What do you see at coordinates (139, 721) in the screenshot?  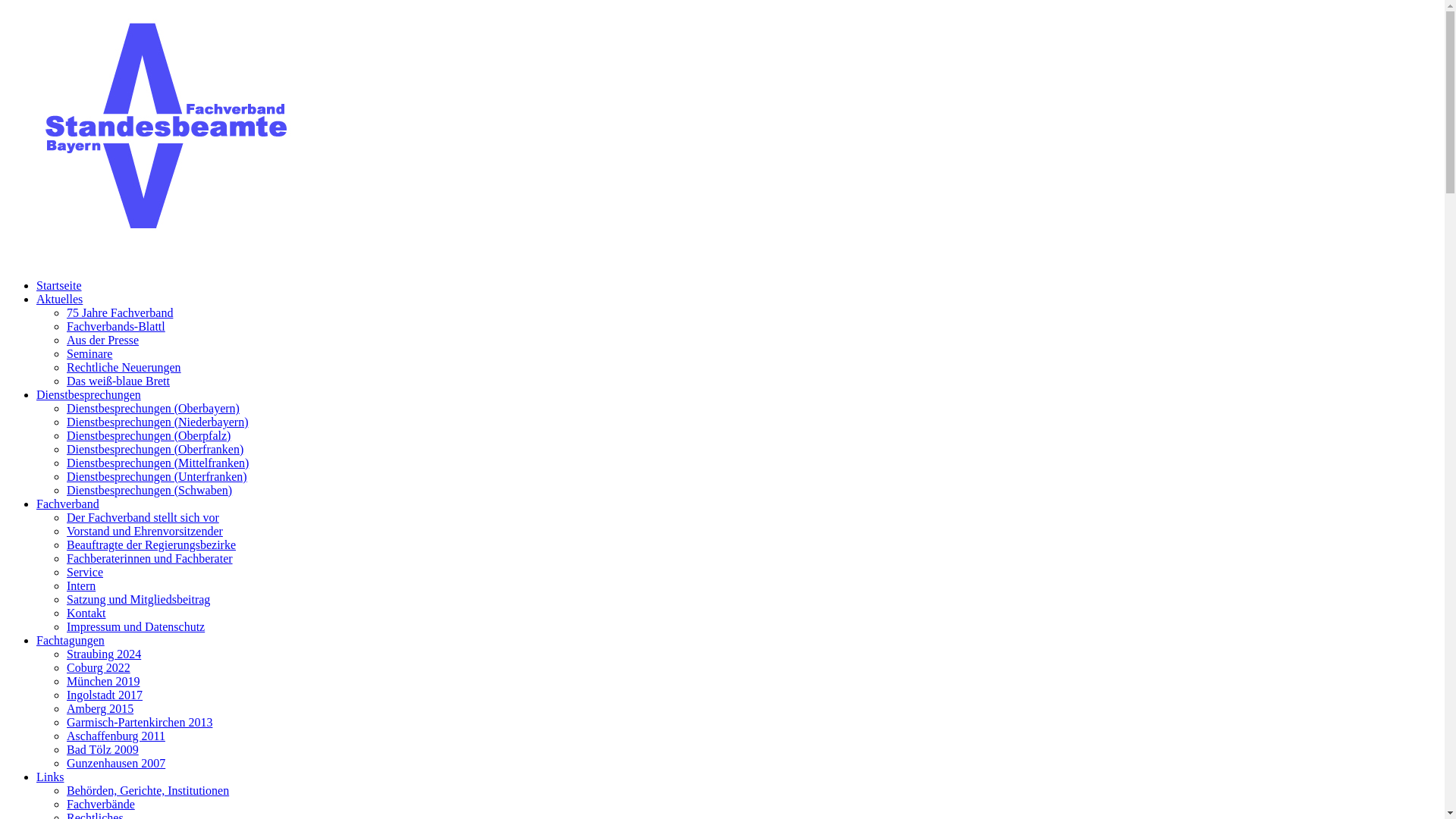 I see `'Garmisch-Partenkirchen 2013'` at bounding box center [139, 721].